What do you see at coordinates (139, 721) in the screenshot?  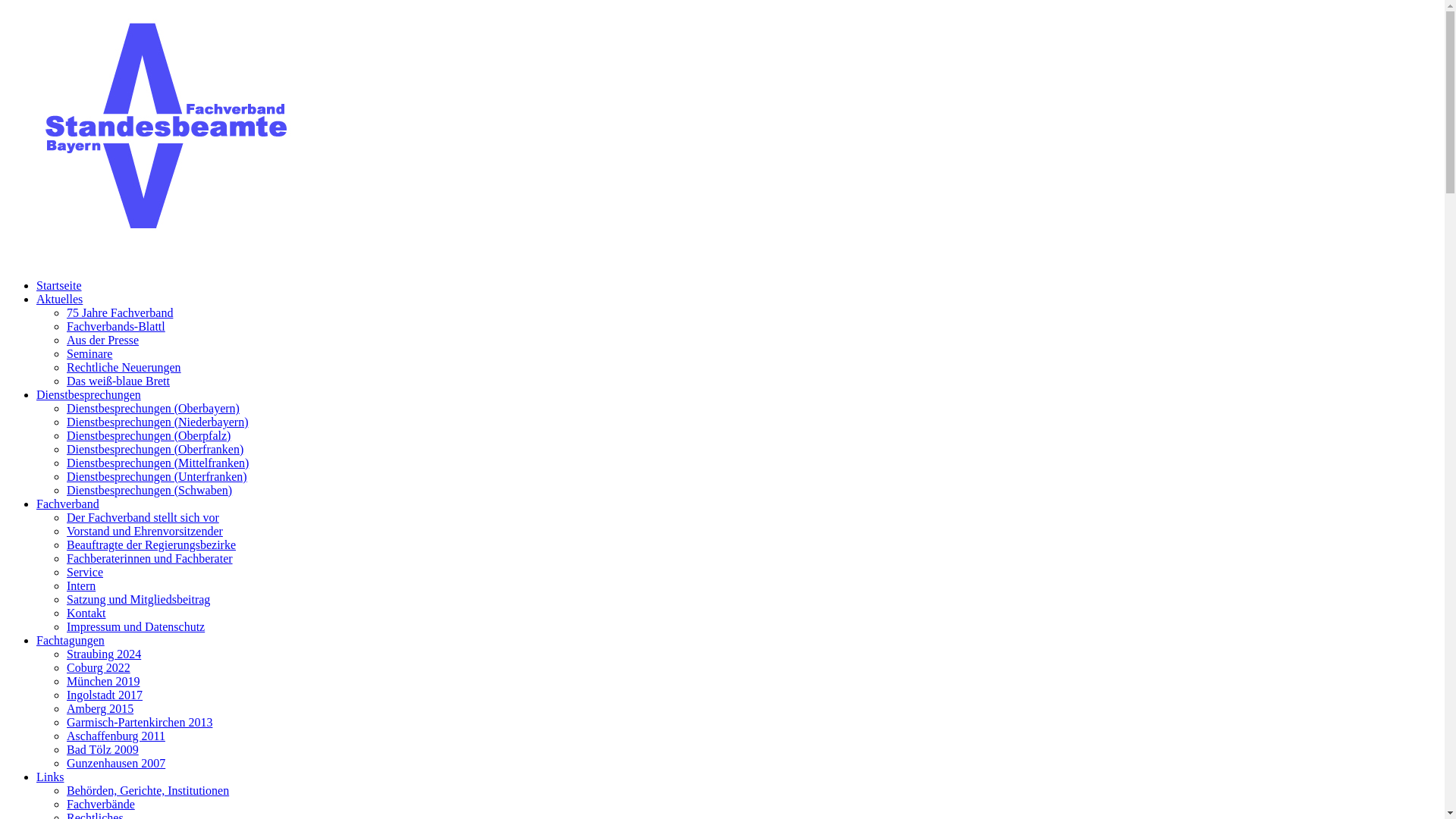 I see `'Garmisch-Partenkirchen 2013'` at bounding box center [139, 721].